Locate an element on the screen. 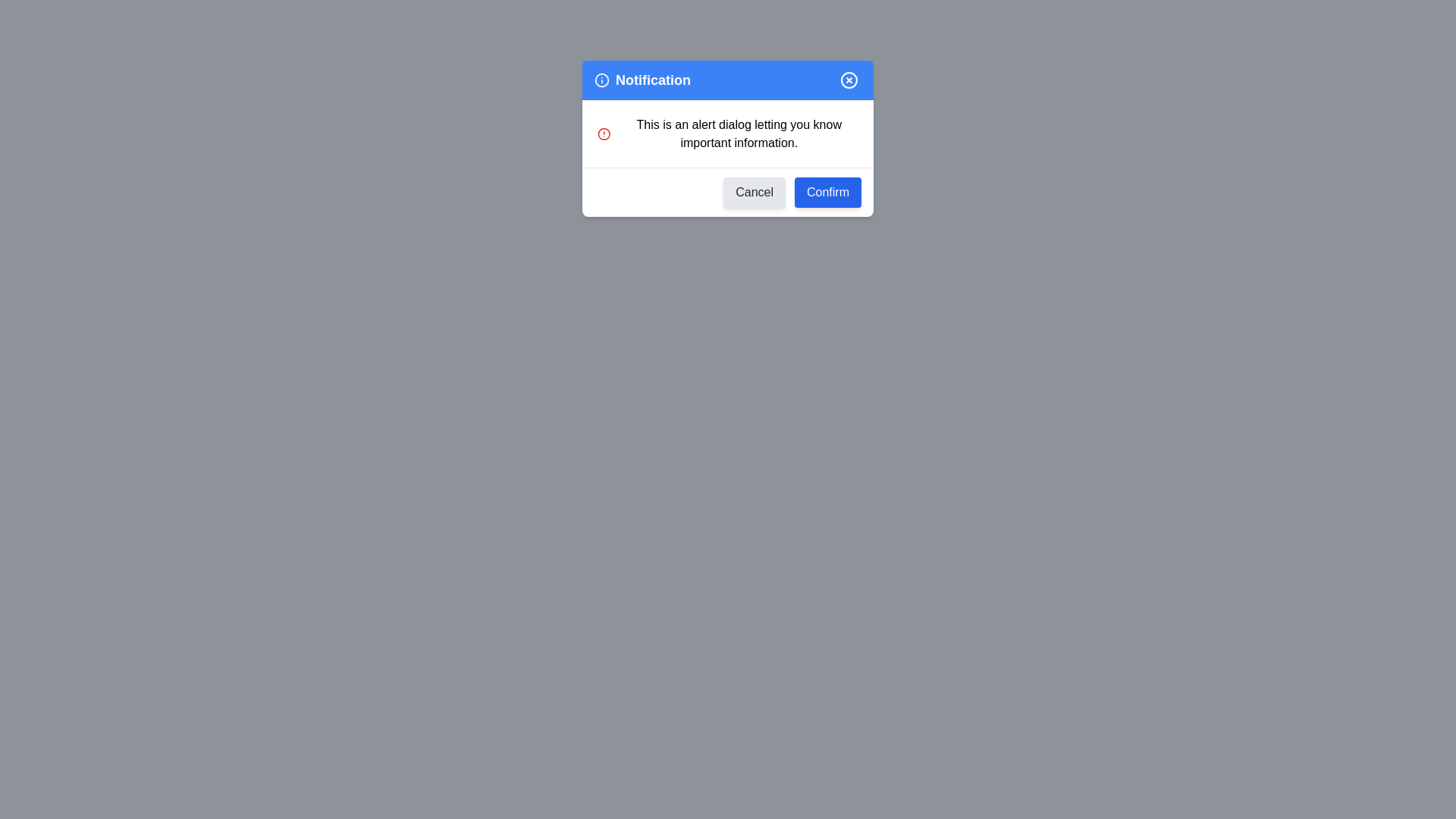 The height and width of the screenshot is (819, 1456). the cancel button located at the bottom right corner of the dialog box, positioned to the left of the 'Confirm' button is located at coordinates (755, 192).